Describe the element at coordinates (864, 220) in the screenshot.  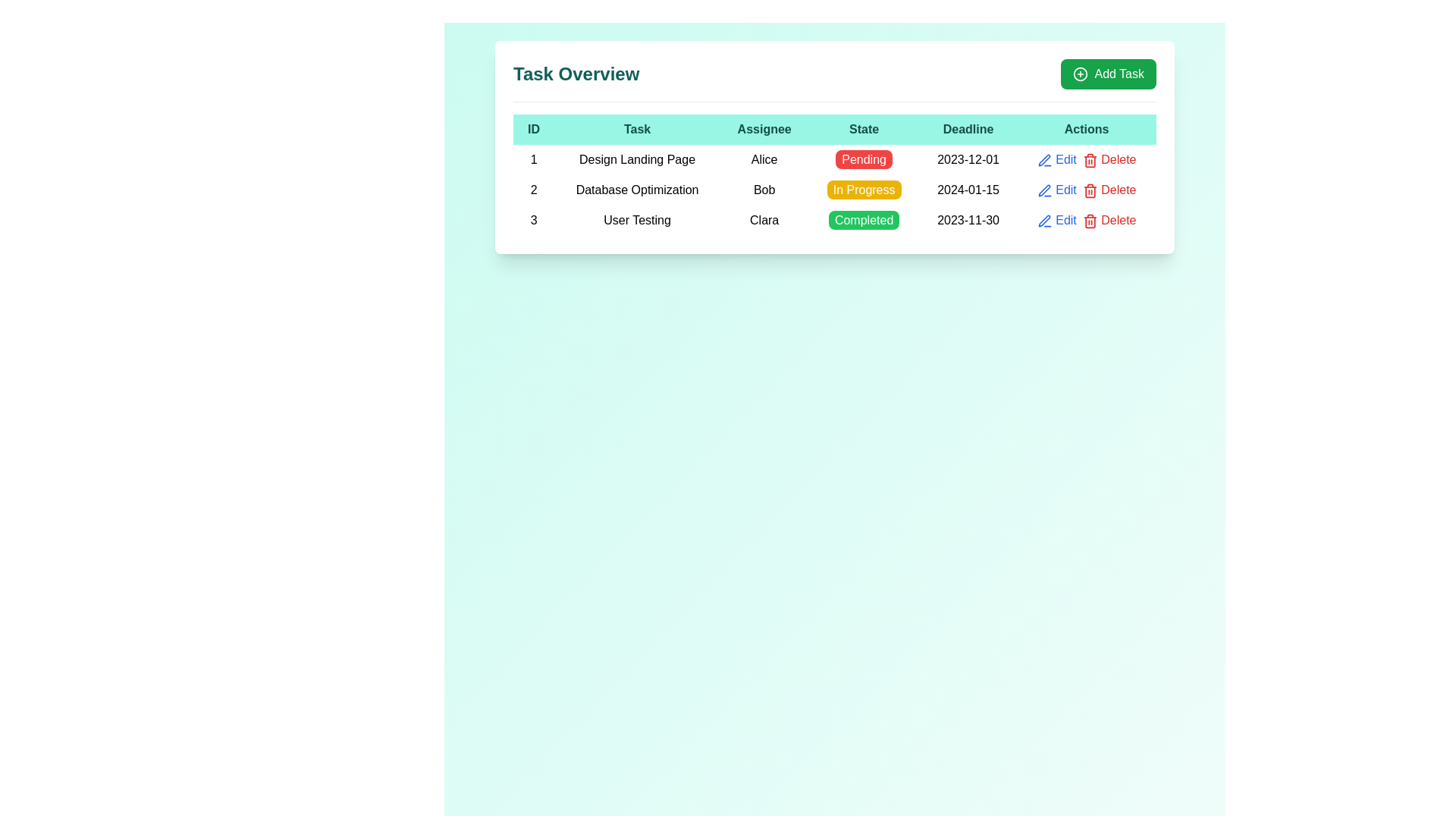
I see `the non-interactive status label indicating the completion of the 'User Testing' task in the 'State' column of the third row under 'Task Overview'` at that location.